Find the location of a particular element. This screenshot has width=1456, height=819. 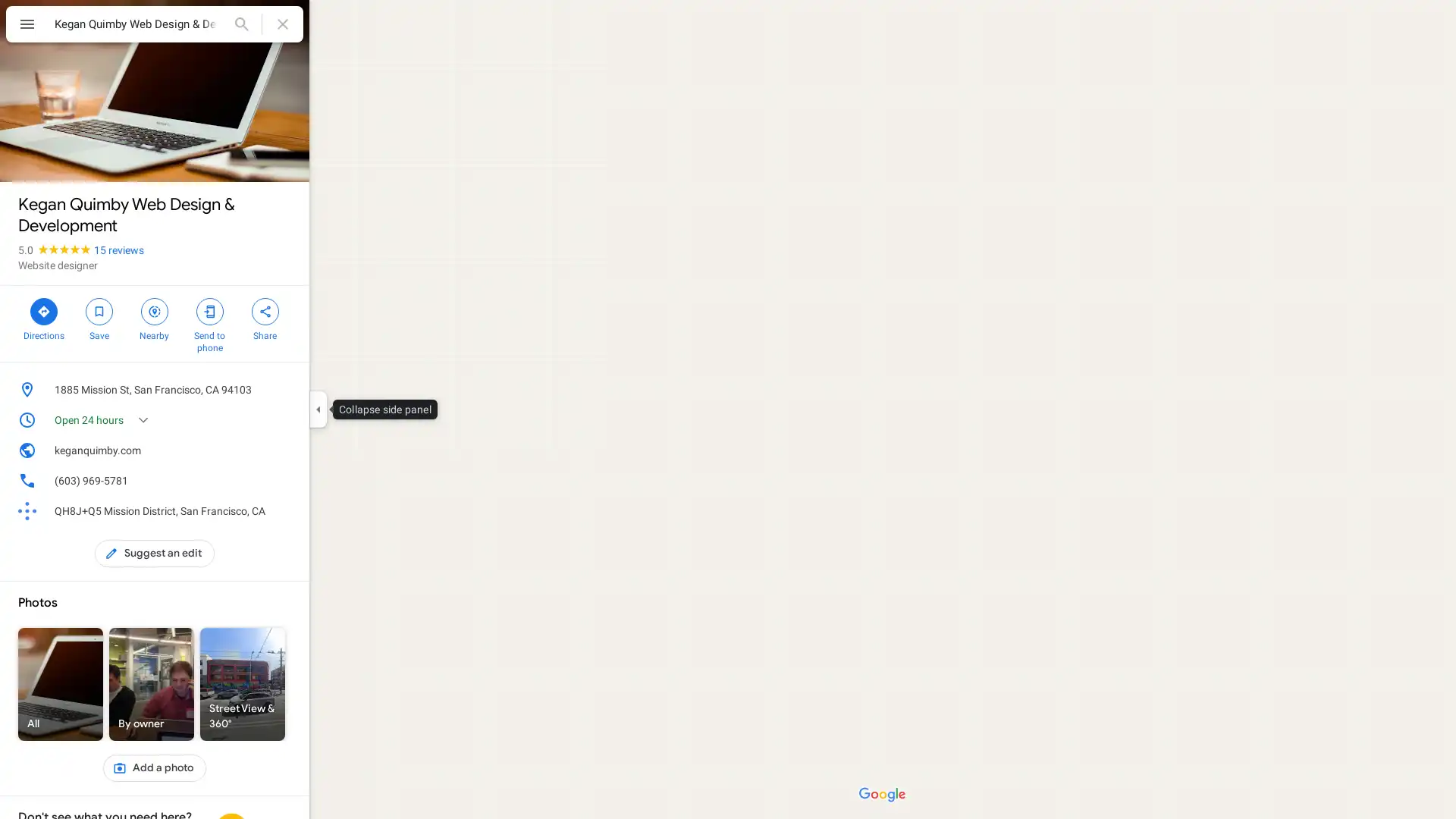

Copy phone number is located at coordinates (261, 480).